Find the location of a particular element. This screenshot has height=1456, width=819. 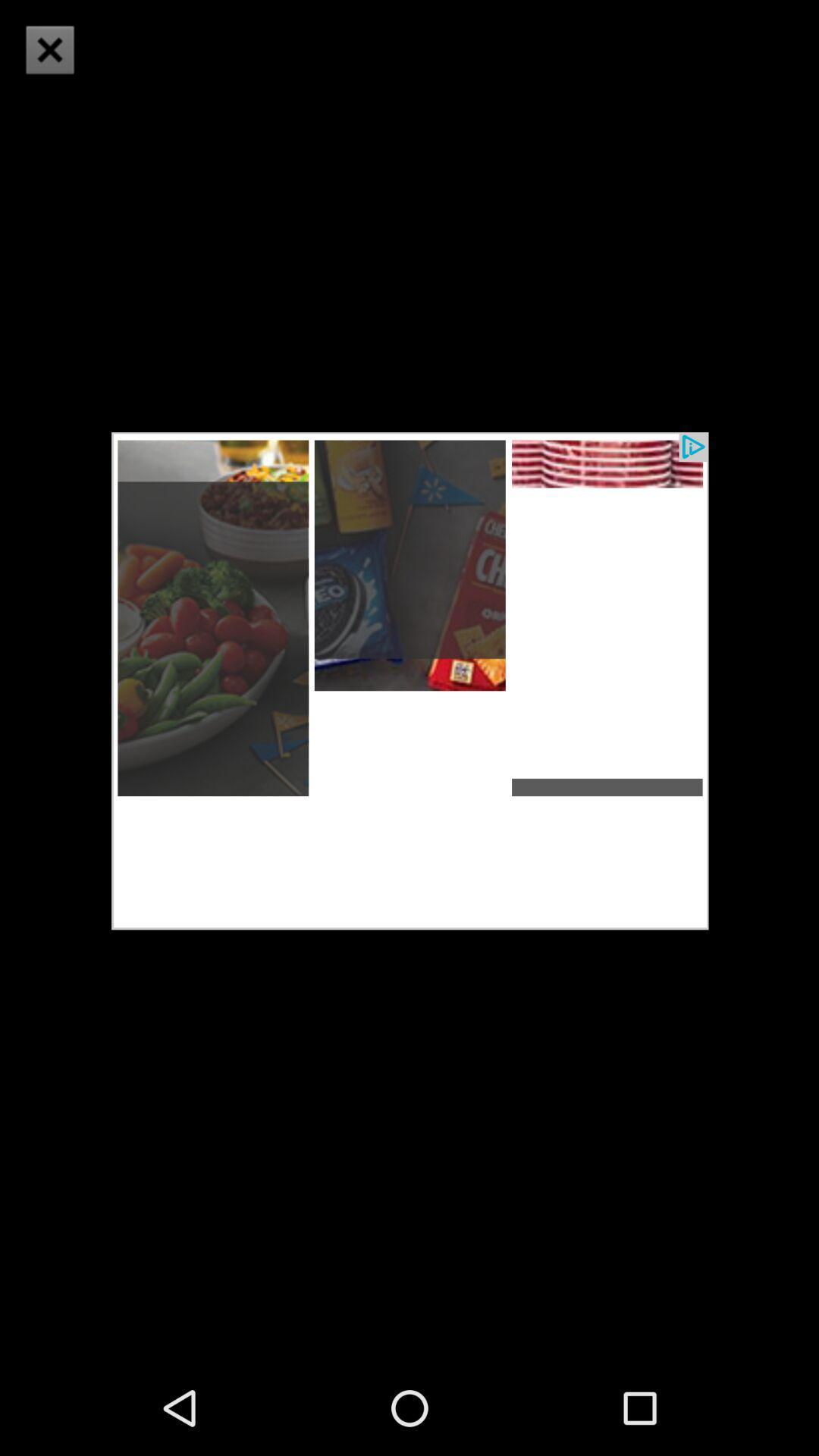

the close icon is located at coordinates (49, 49).